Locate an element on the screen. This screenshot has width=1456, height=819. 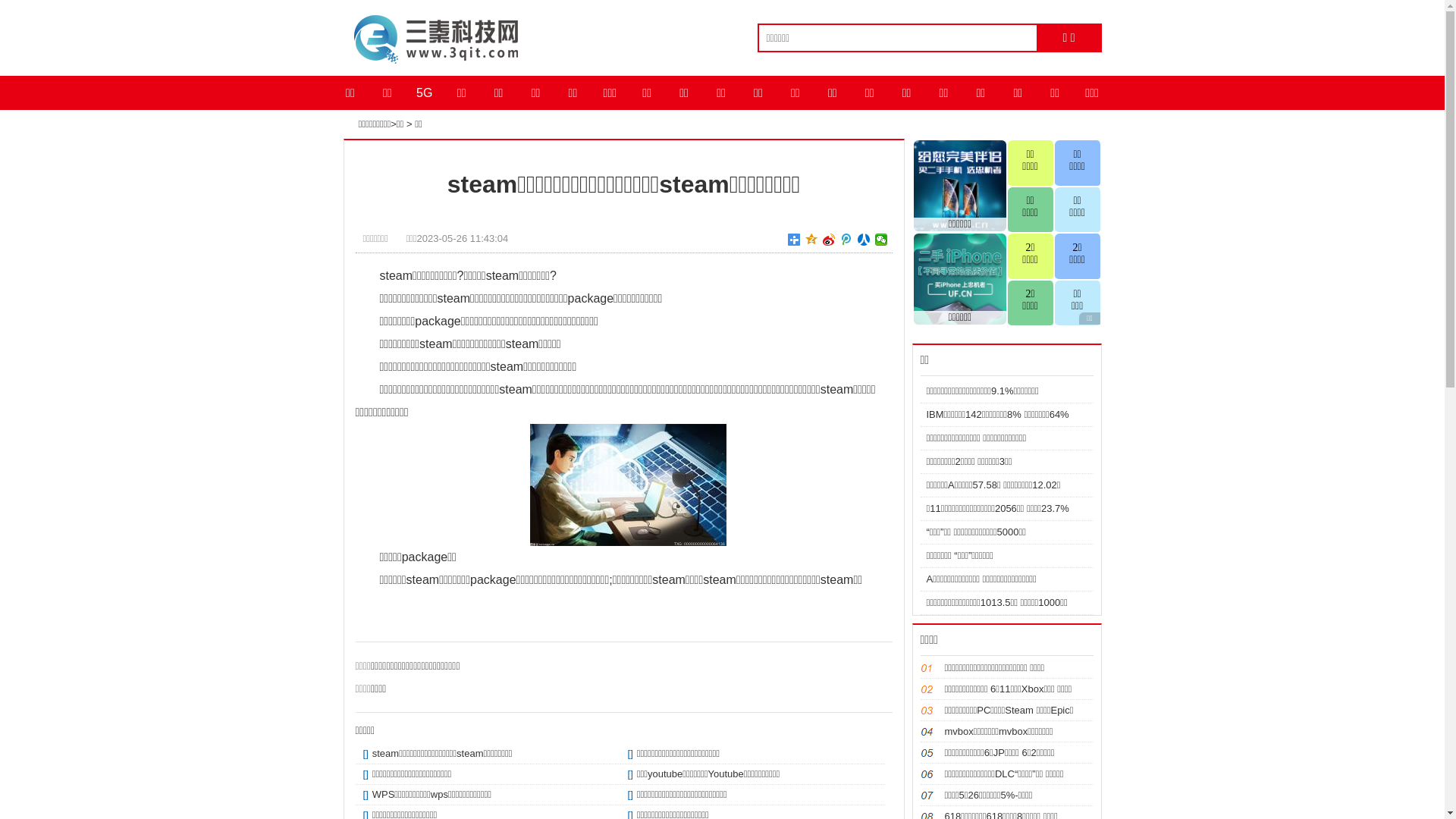
'5G' is located at coordinates (424, 93).